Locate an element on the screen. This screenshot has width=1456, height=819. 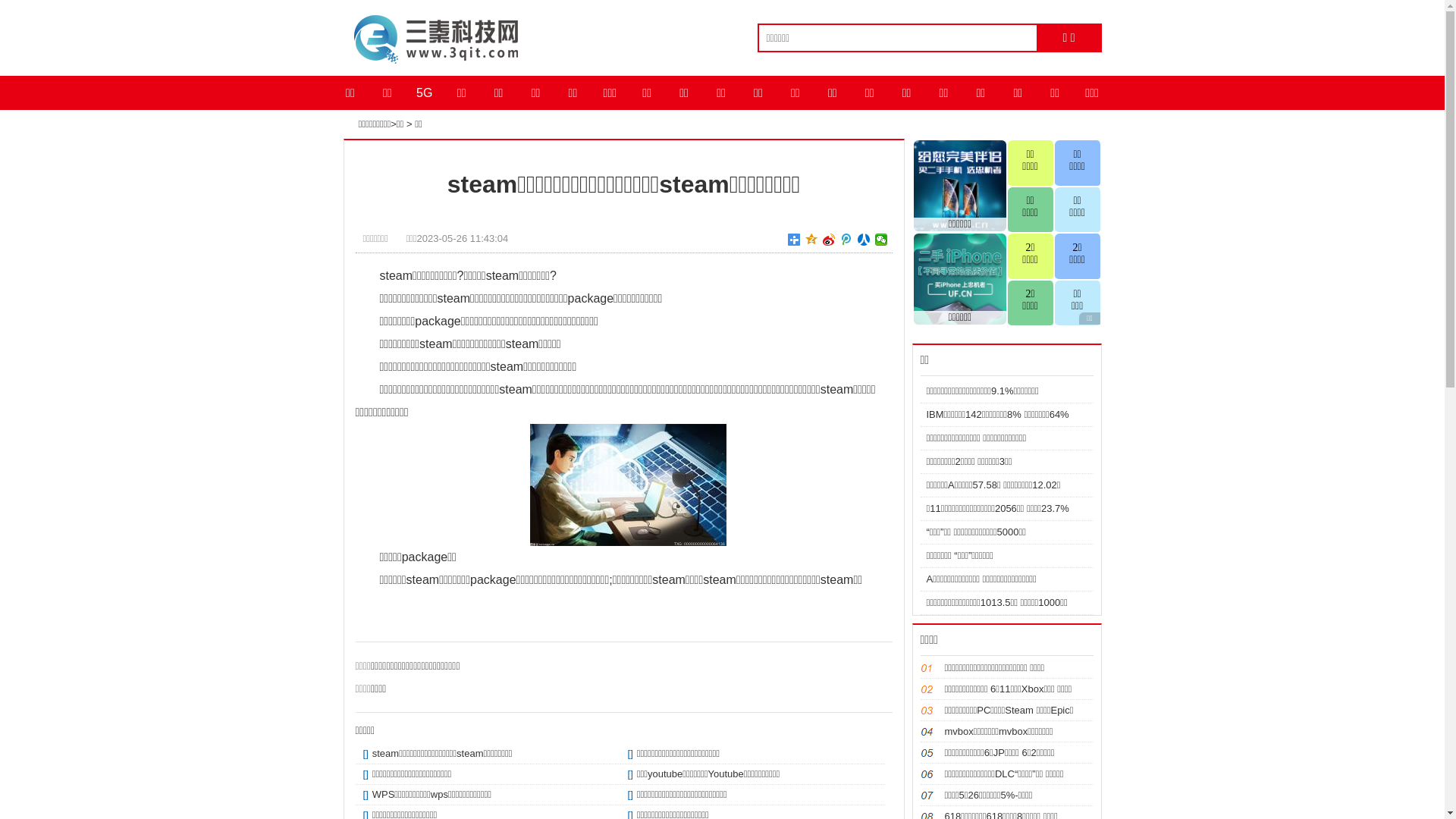
'5G' is located at coordinates (424, 93).